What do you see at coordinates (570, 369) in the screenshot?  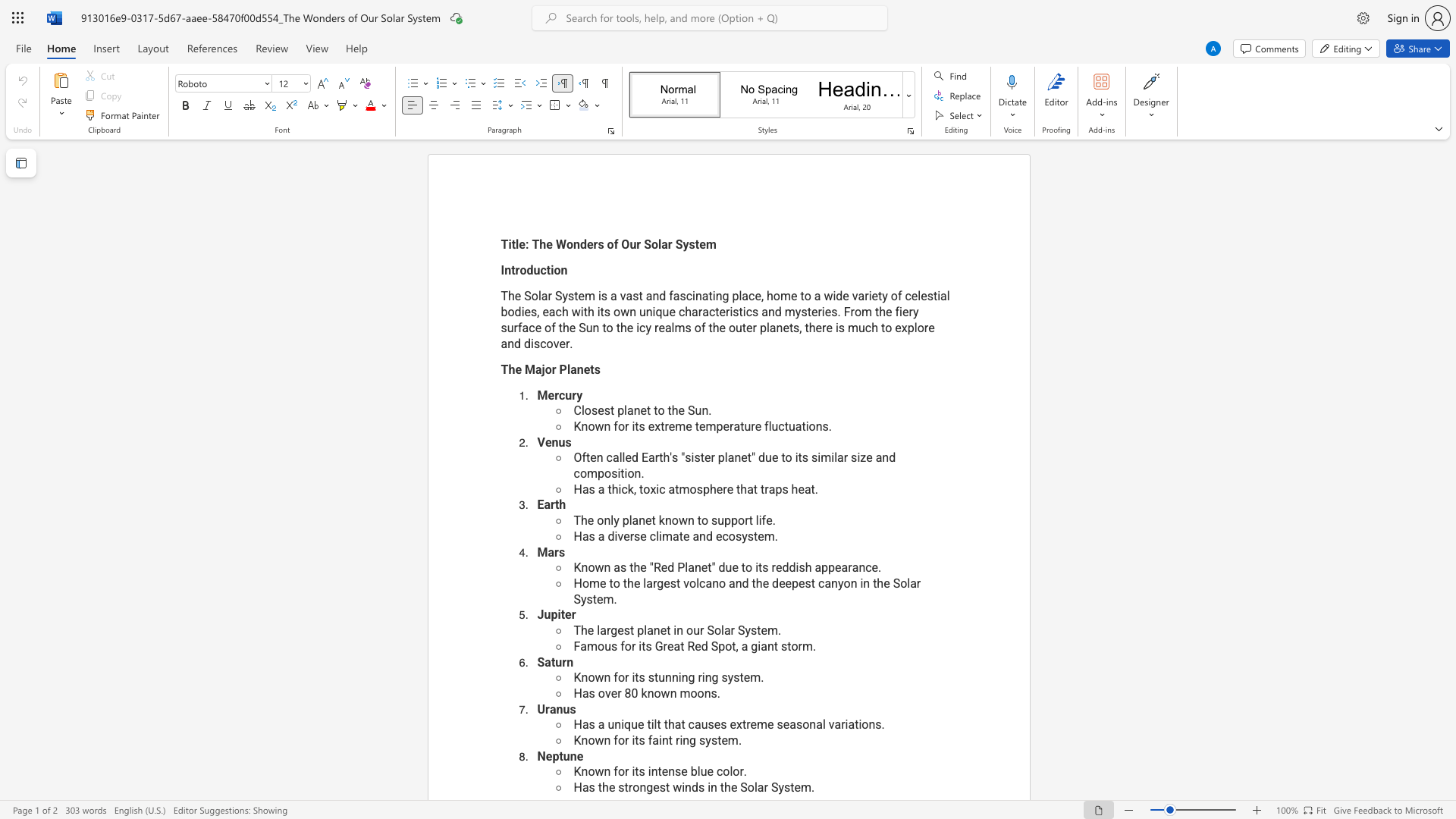 I see `the space between the continuous character "l" and "a" in the text` at bounding box center [570, 369].